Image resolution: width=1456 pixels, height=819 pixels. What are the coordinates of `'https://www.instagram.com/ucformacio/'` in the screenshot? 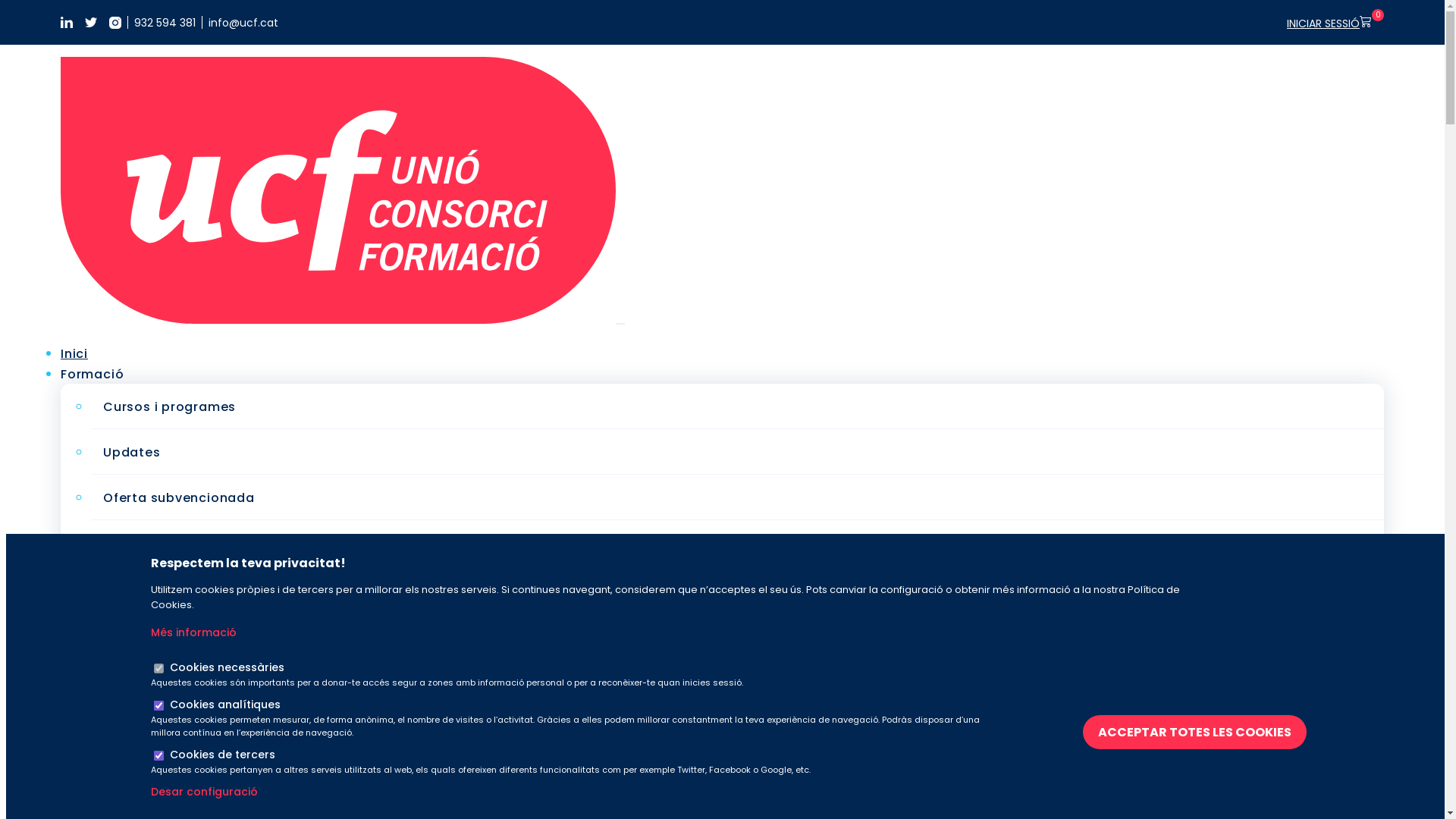 It's located at (115, 23).